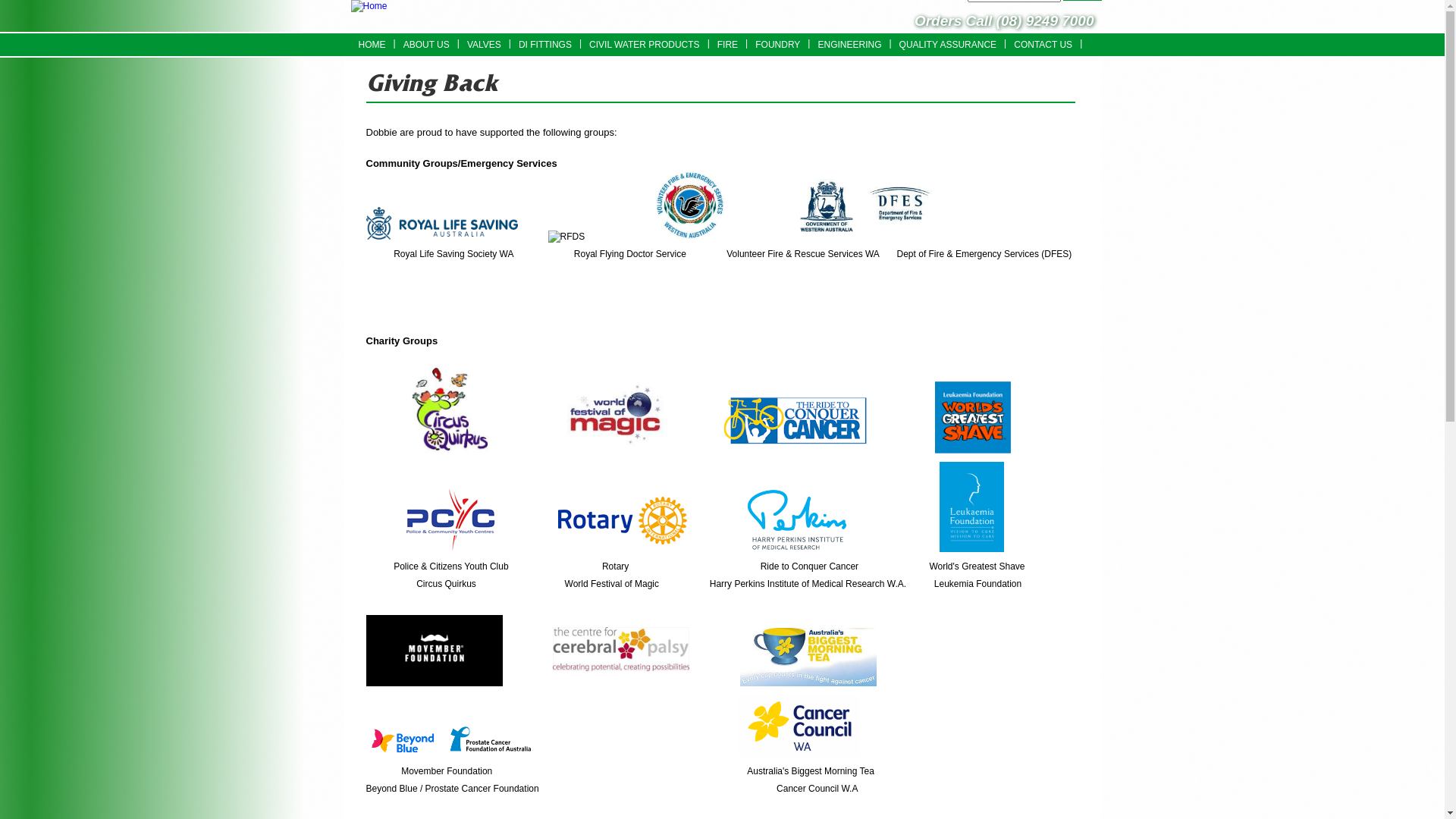 The image size is (1456, 819). What do you see at coordinates (368, 6) in the screenshot?
I see `'Home'` at bounding box center [368, 6].